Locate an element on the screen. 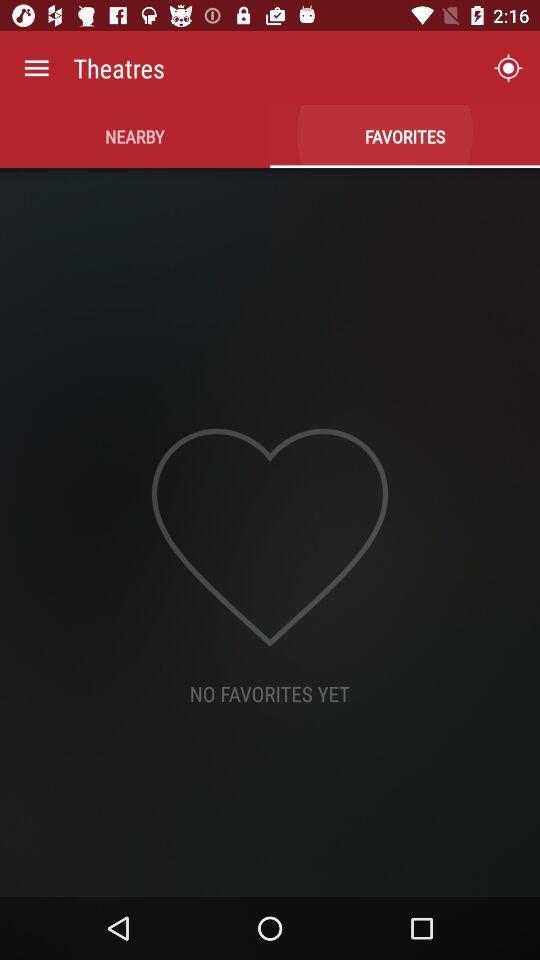 This screenshot has height=960, width=540. the item to the left of theatres icon is located at coordinates (36, 68).